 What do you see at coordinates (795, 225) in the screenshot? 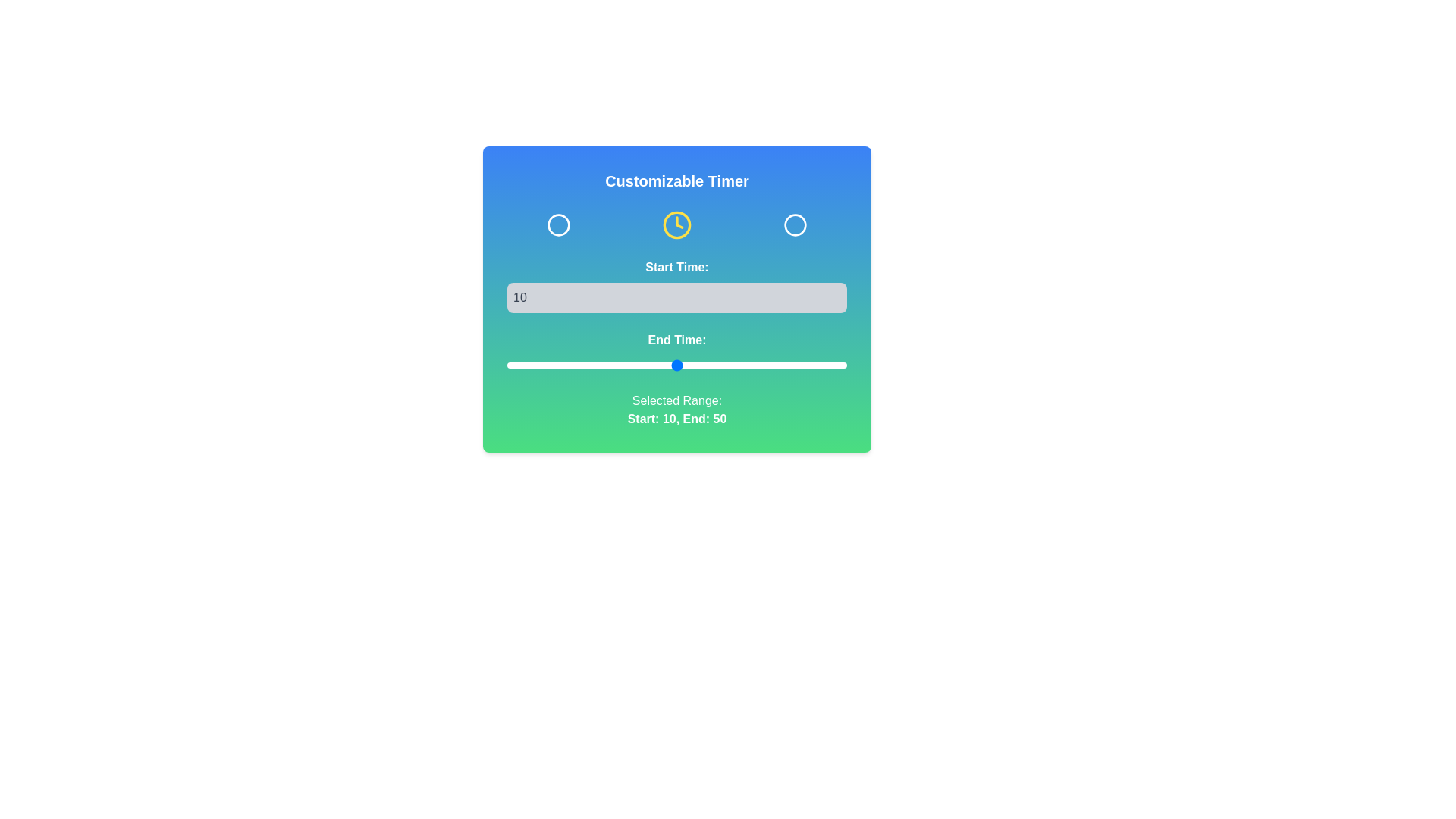
I see `the circular SVG element located on the right-hand side of a toolbar, which has a thin transparent outline and is the rightmost icon in a row of three circular icons` at bounding box center [795, 225].